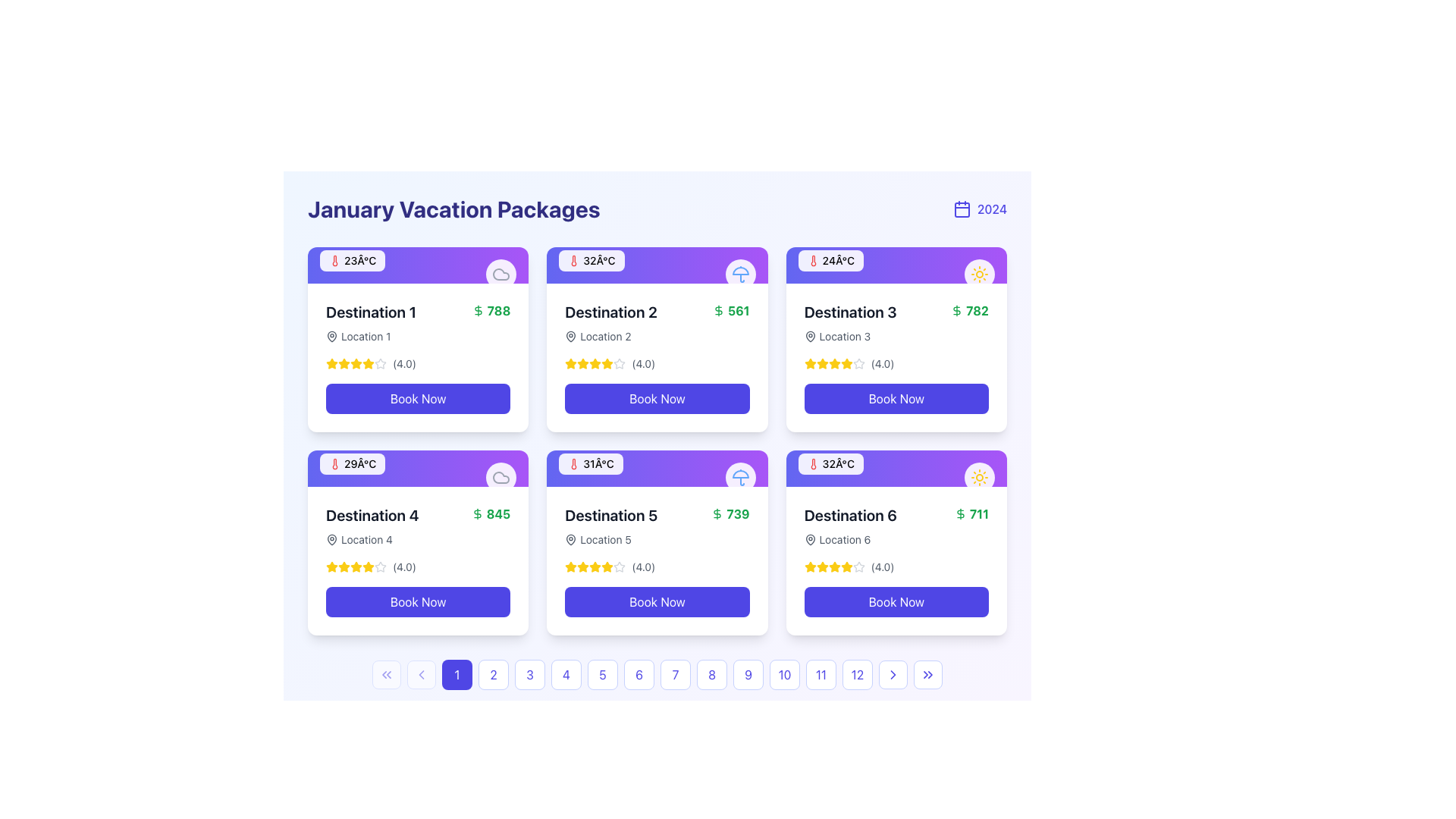 The width and height of the screenshot is (1456, 819). Describe the element at coordinates (850, 335) in the screenshot. I see `text label displaying 'Location 3', which is styled with a gray color and located within the Destination 3 card, positioned below the card header 'Destination 3'` at that location.